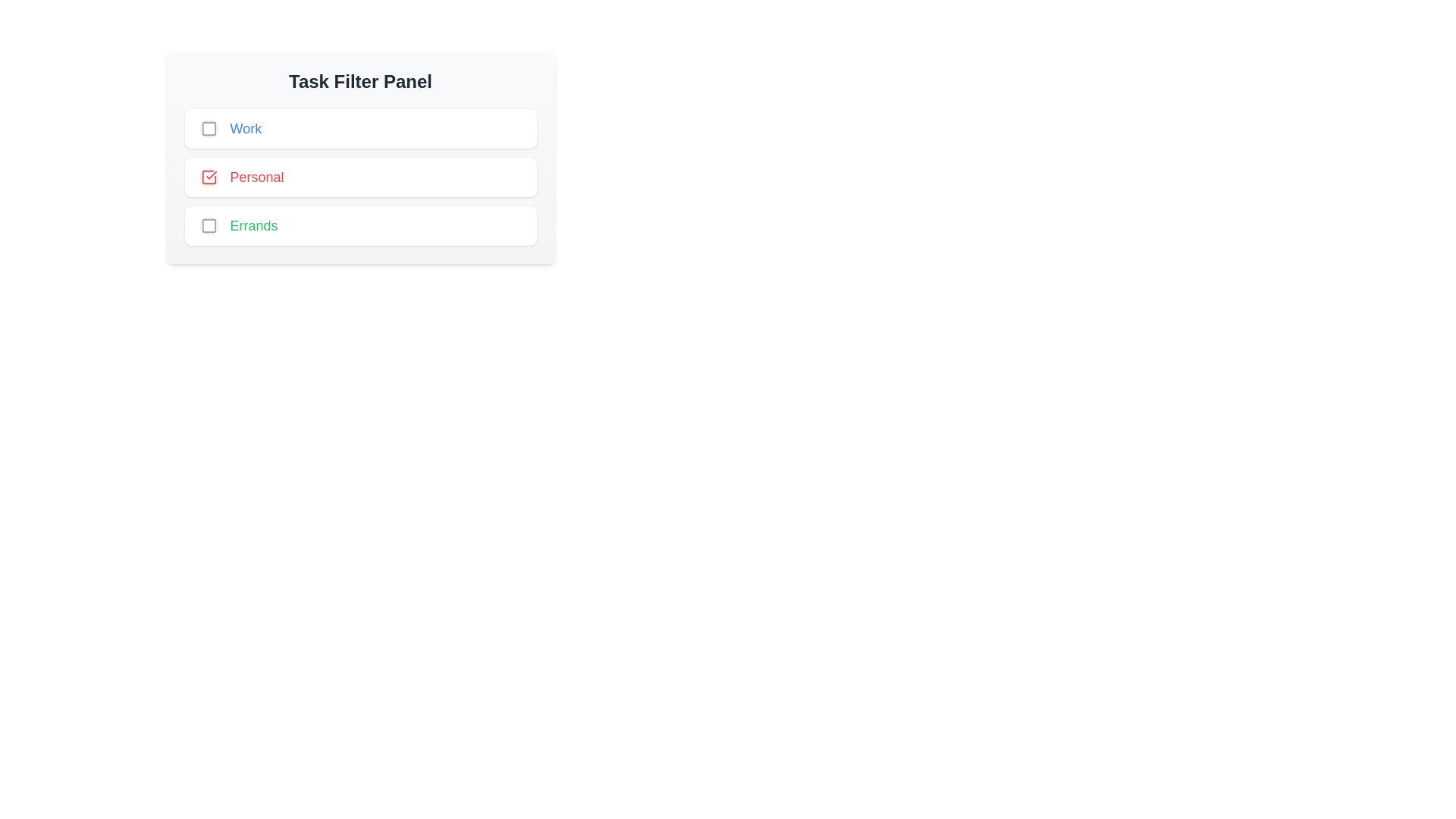 The width and height of the screenshot is (1456, 819). Describe the element at coordinates (359, 177) in the screenshot. I see `the checkbox labeled 'Personal' in the 'Task Filter Panel' to filter tasks` at that location.